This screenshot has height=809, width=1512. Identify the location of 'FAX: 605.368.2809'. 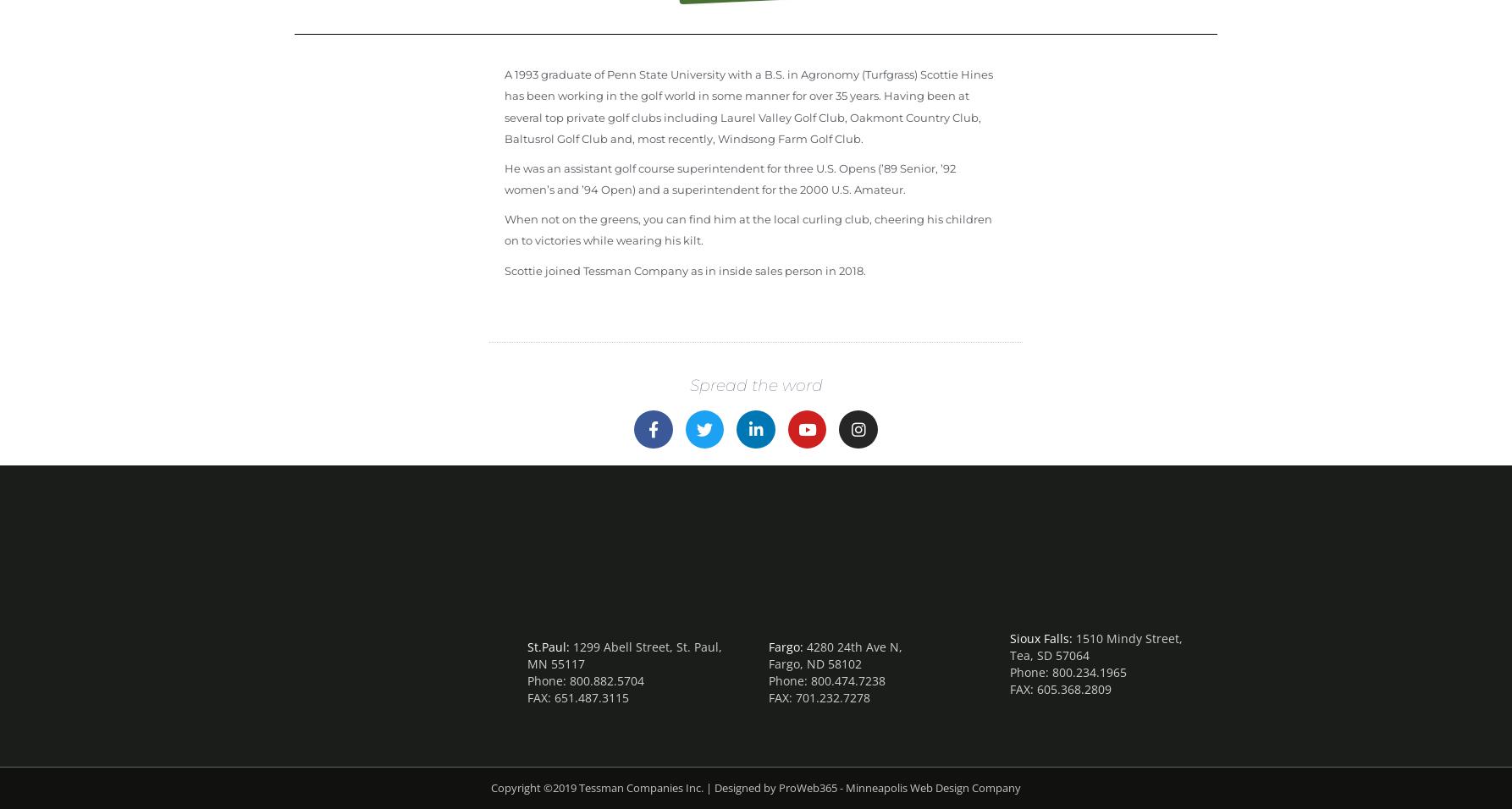
(1061, 688).